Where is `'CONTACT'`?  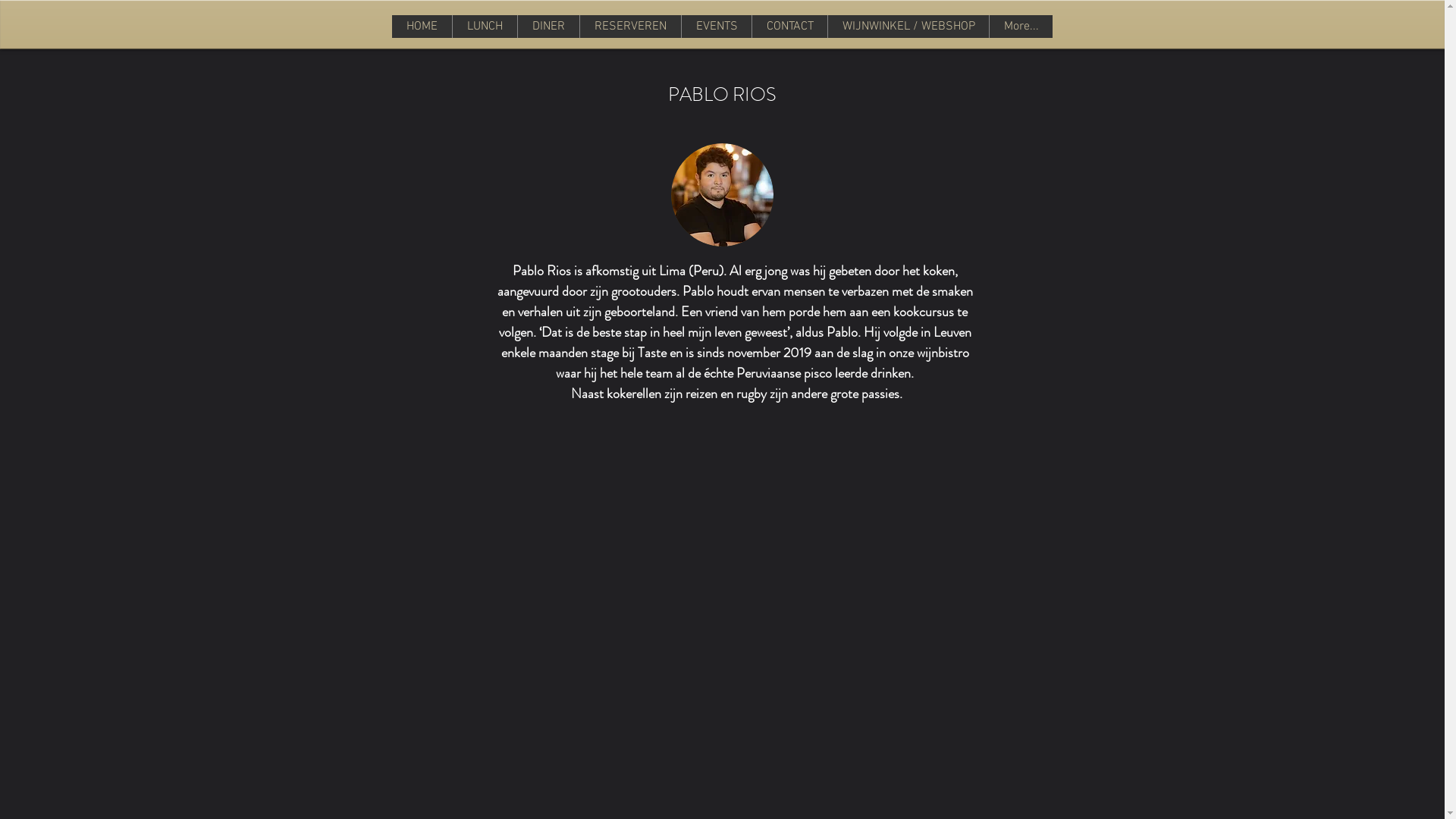 'CONTACT' is located at coordinates (789, 26).